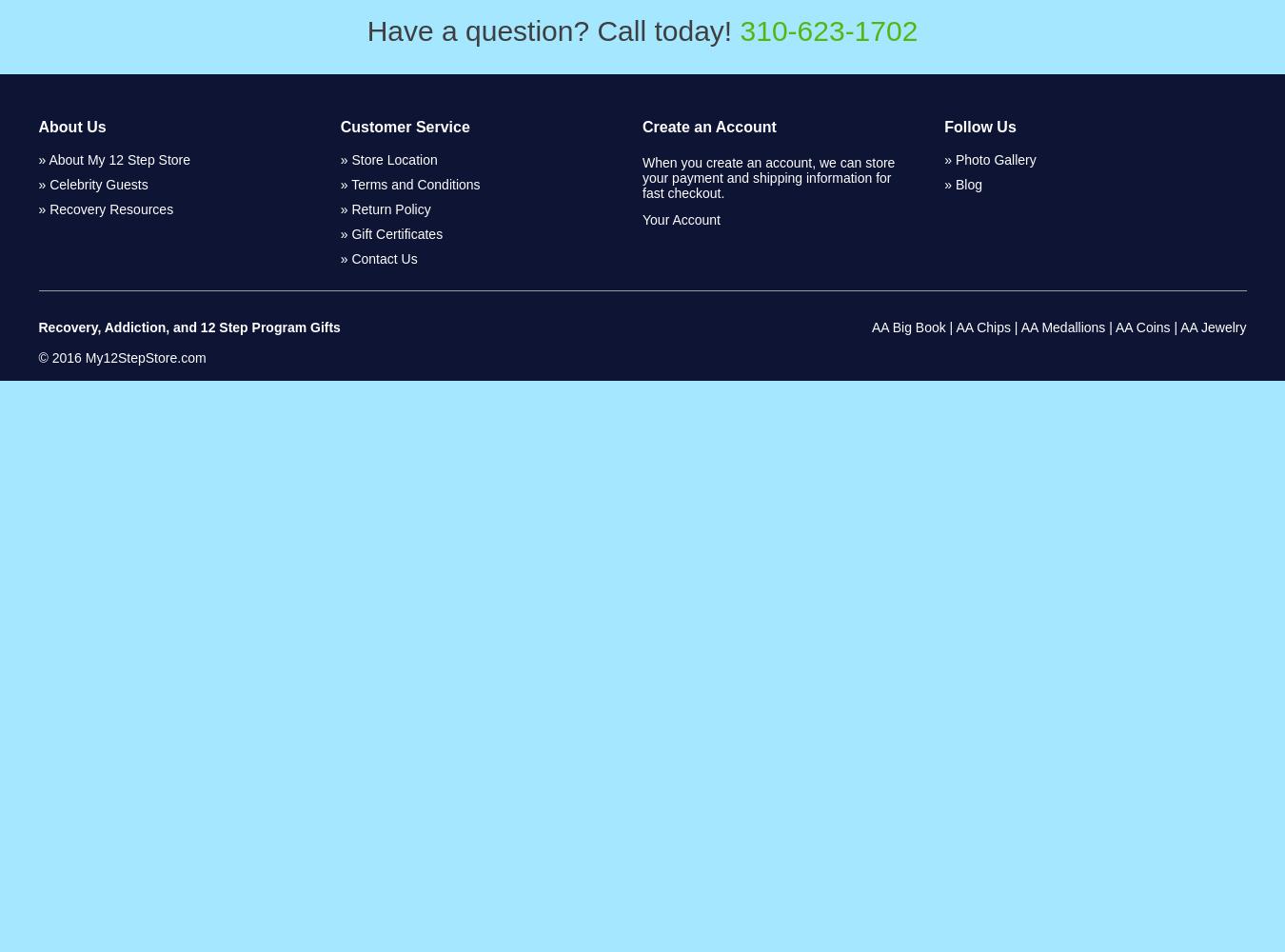  What do you see at coordinates (1062, 327) in the screenshot?
I see `'AA Medallions'` at bounding box center [1062, 327].